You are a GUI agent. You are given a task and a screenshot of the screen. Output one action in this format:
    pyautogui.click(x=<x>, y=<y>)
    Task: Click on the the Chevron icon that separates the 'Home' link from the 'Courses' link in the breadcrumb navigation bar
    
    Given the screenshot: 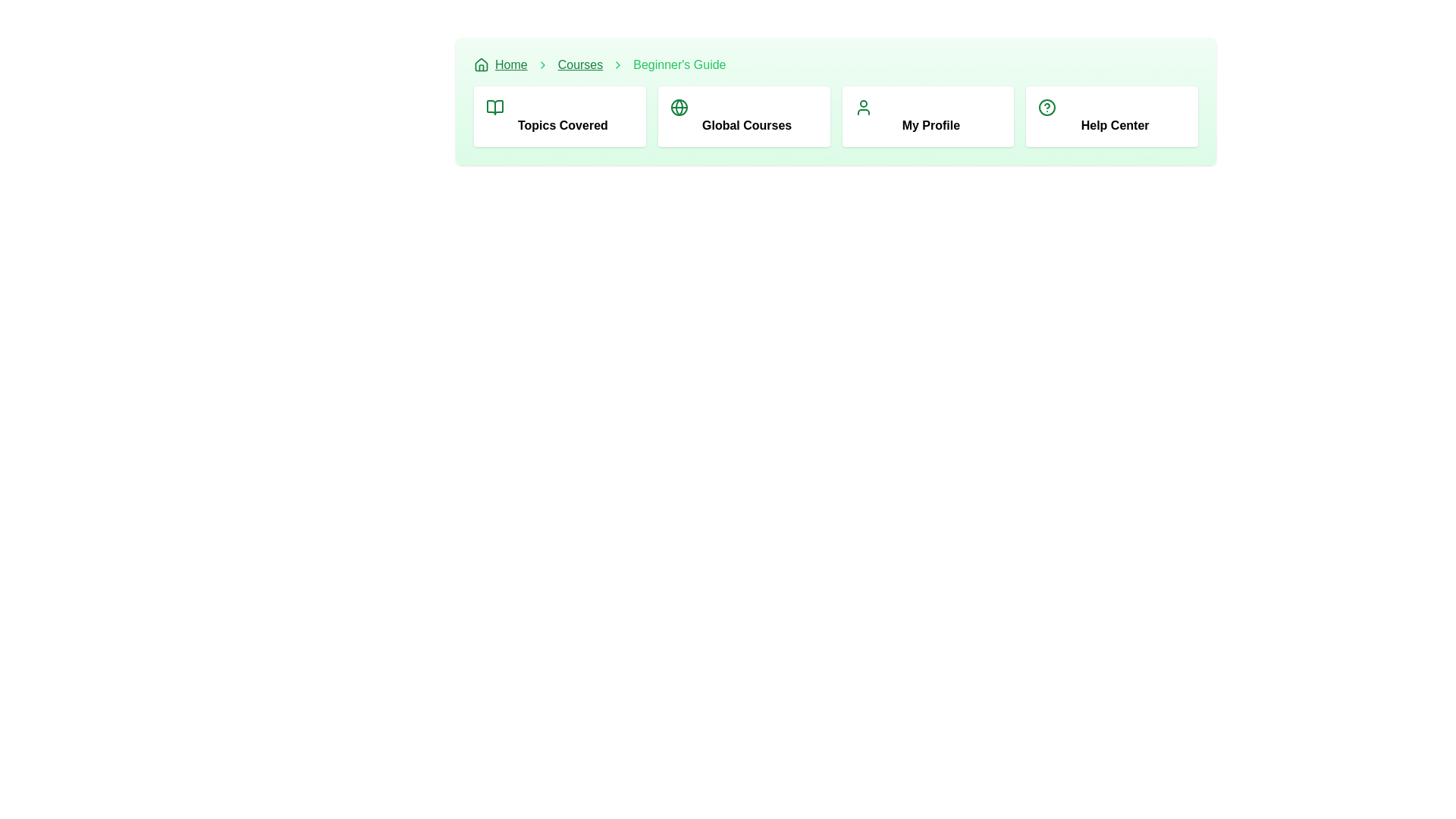 What is the action you would take?
    pyautogui.click(x=542, y=64)
    